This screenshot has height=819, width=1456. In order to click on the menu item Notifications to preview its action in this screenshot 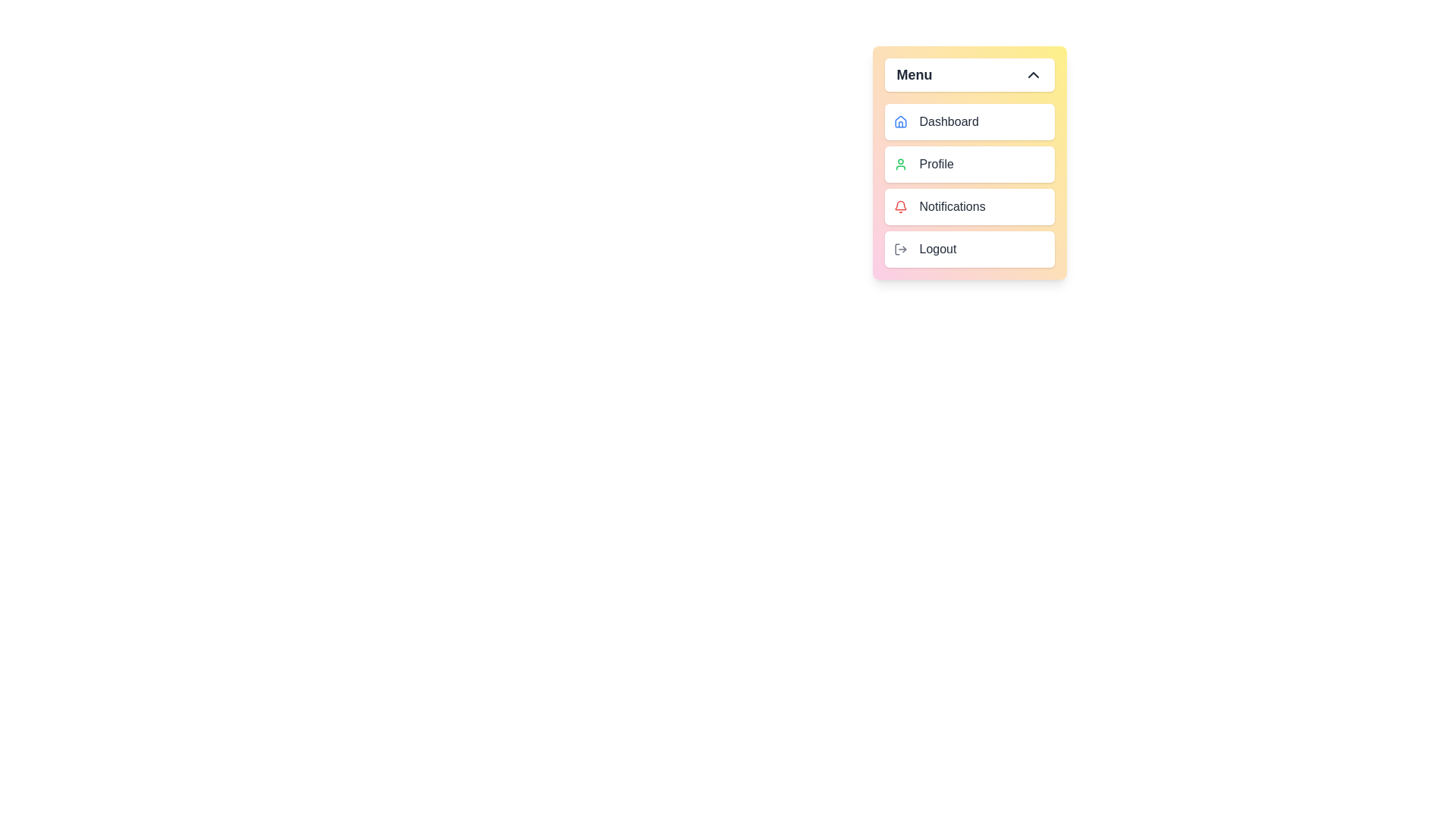, I will do `click(968, 207)`.